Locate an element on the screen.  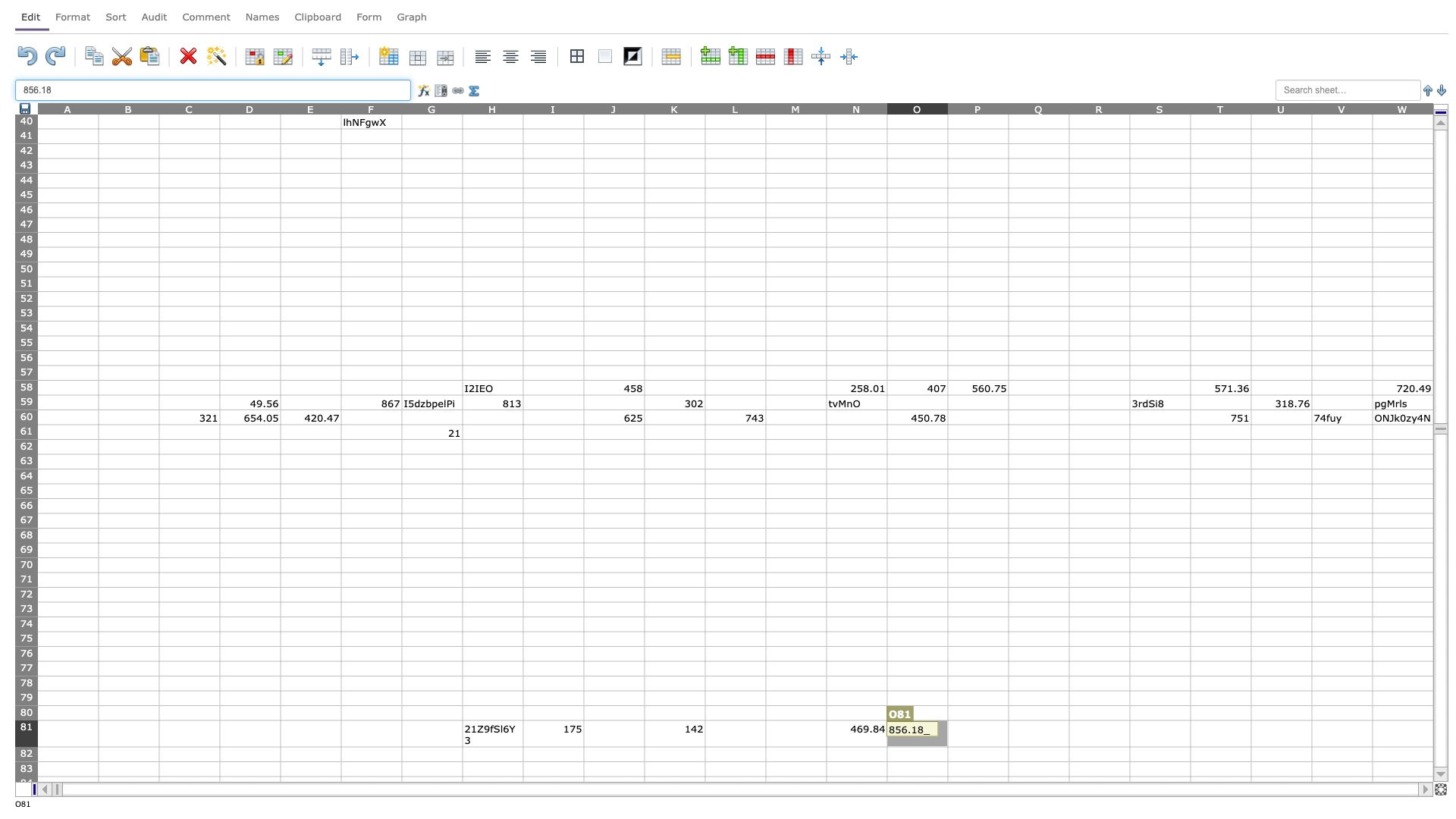
Right edge of P-81 is located at coordinates (1008, 733).